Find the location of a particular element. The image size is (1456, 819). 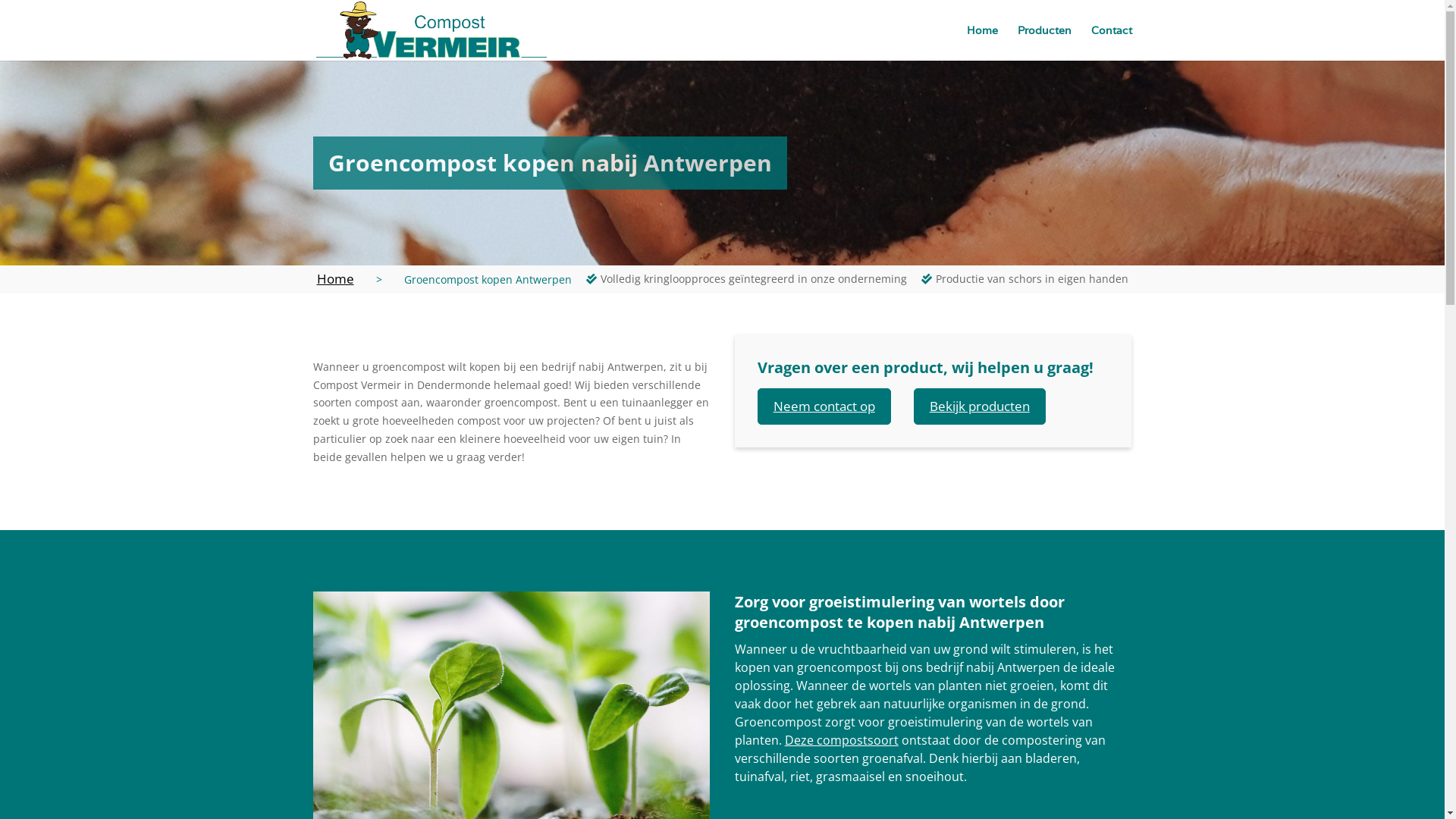

'Neem contact op' is located at coordinates (823, 406).